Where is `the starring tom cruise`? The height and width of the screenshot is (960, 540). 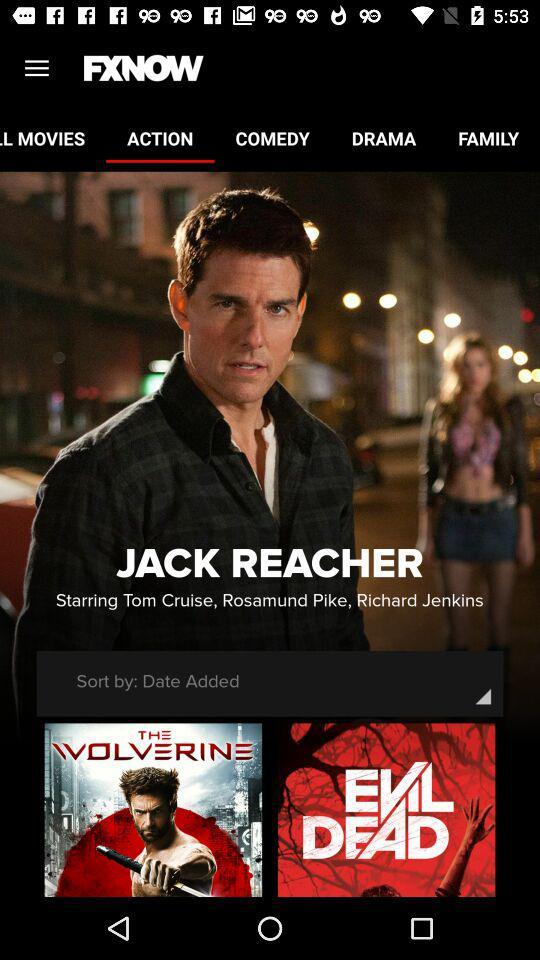
the starring tom cruise is located at coordinates (269, 600).